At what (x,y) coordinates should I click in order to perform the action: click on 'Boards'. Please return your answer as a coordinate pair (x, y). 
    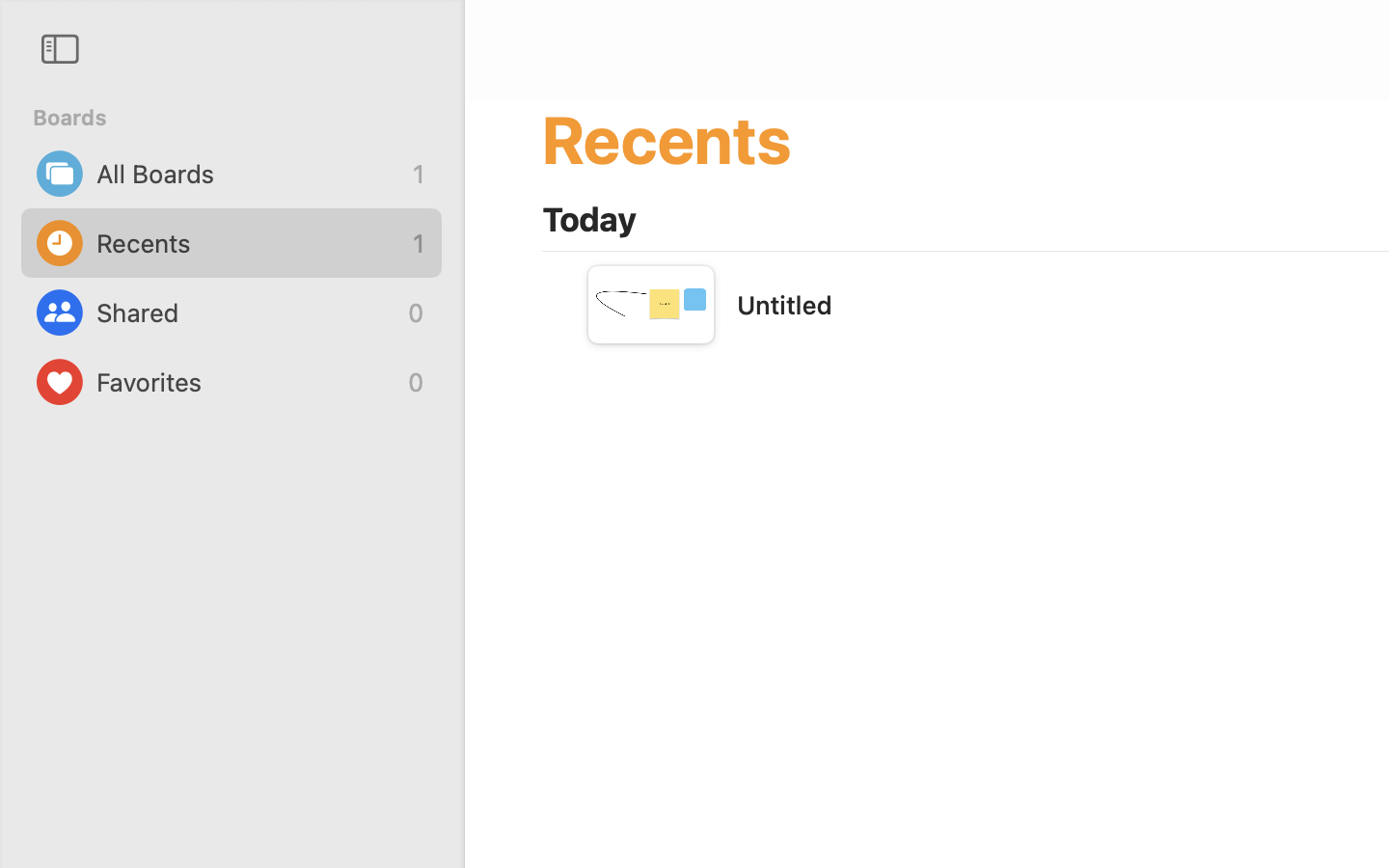
    Looking at the image, I should click on (241, 118).